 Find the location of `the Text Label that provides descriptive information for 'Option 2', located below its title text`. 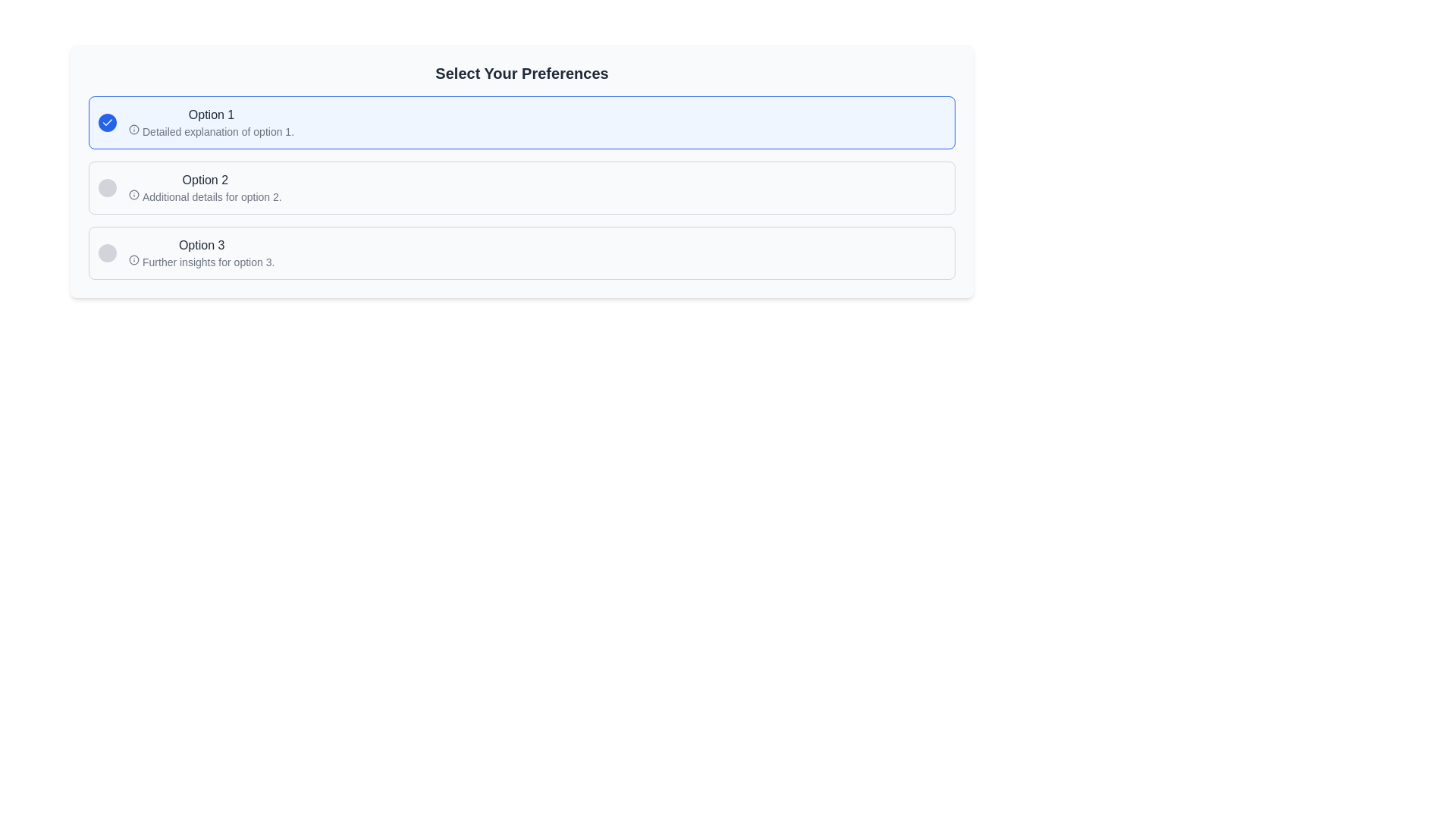

the Text Label that provides descriptive information for 'Option 2', located below its title text is located at coordinates (204, 196).